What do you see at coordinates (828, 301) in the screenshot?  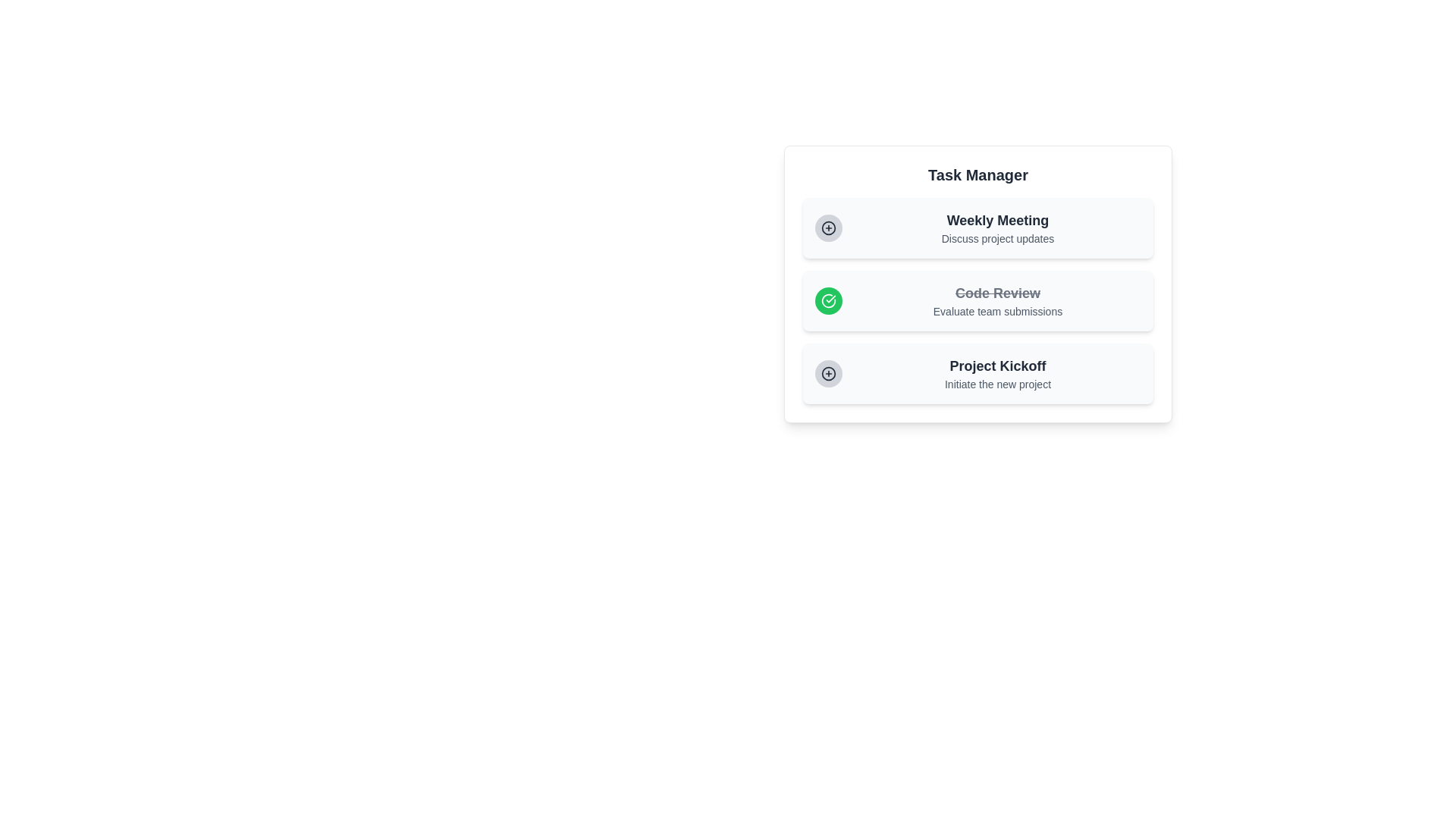 I see `the completion indicator icon positioned to the left of the 'Code Review' text in the second list item` at bounding box center [828, 301].